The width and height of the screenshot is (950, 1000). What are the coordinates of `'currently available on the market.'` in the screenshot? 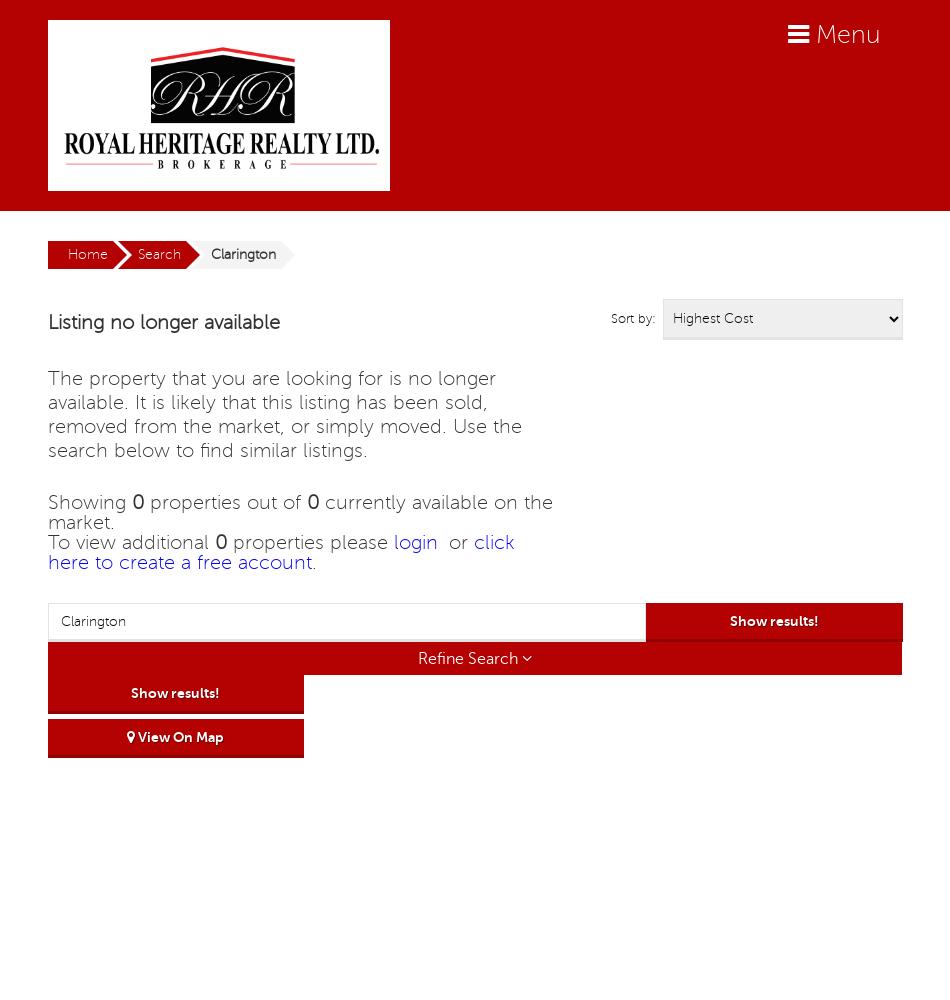 It's located at (298, 513).